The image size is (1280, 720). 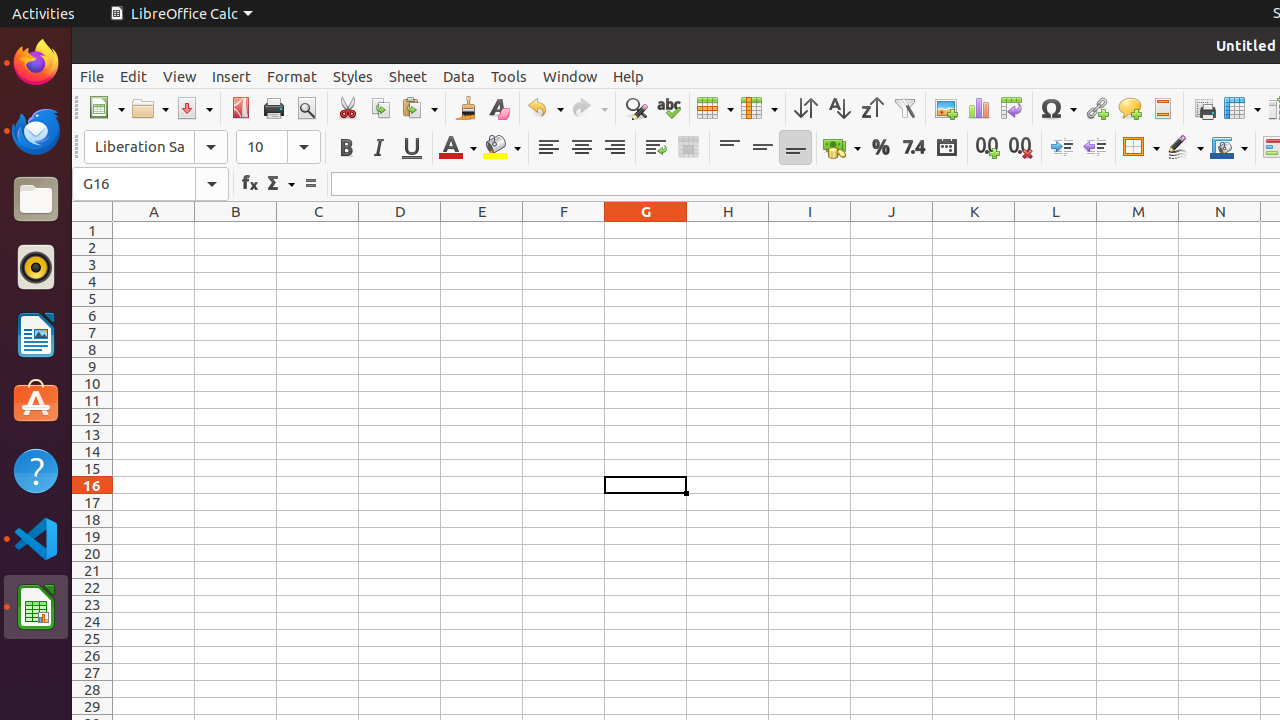 What do you see at coordinates (794, 146) in the screenshot?
I see `'Align Bottom'` at bounding box center [794, 146].